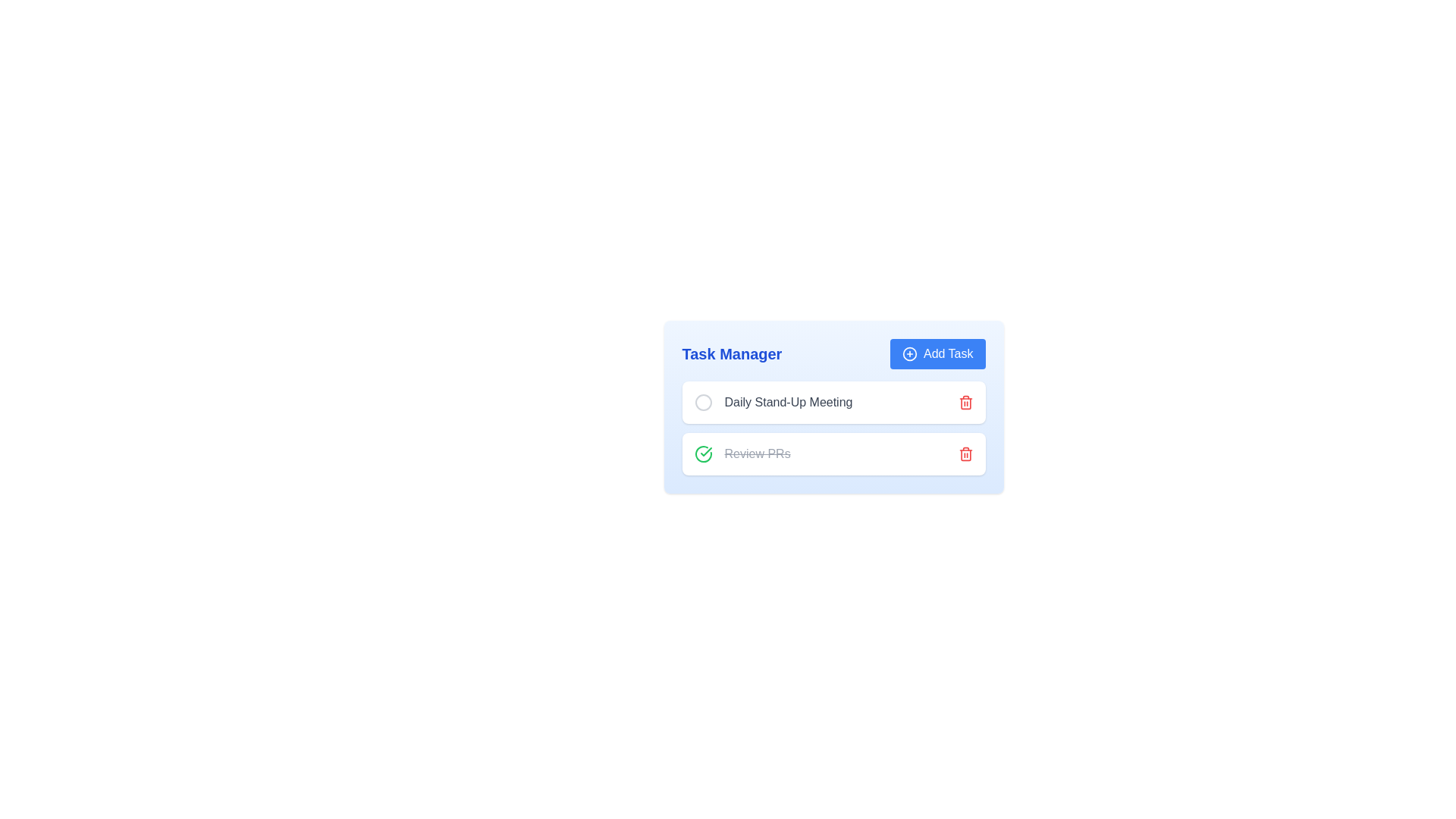  I want to click on the circular checkbox or toggle indicator located to the left of the 'Daily Stand-Up Meeting' label in the task list, so click(702, 402).